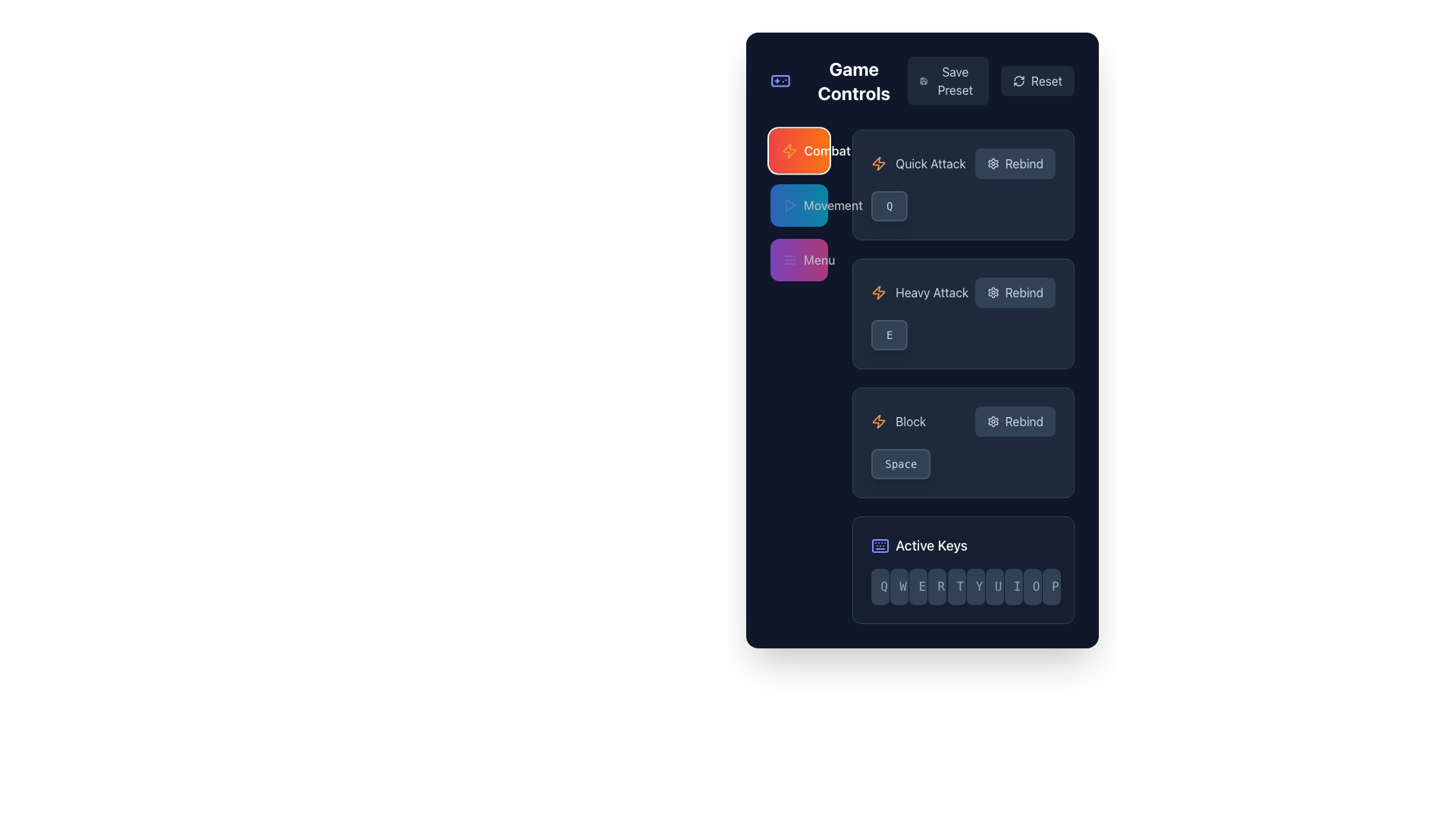 This screenshot has height=819, width=1456. I want to click on the 'Save Preset' button, so click(947, 81).